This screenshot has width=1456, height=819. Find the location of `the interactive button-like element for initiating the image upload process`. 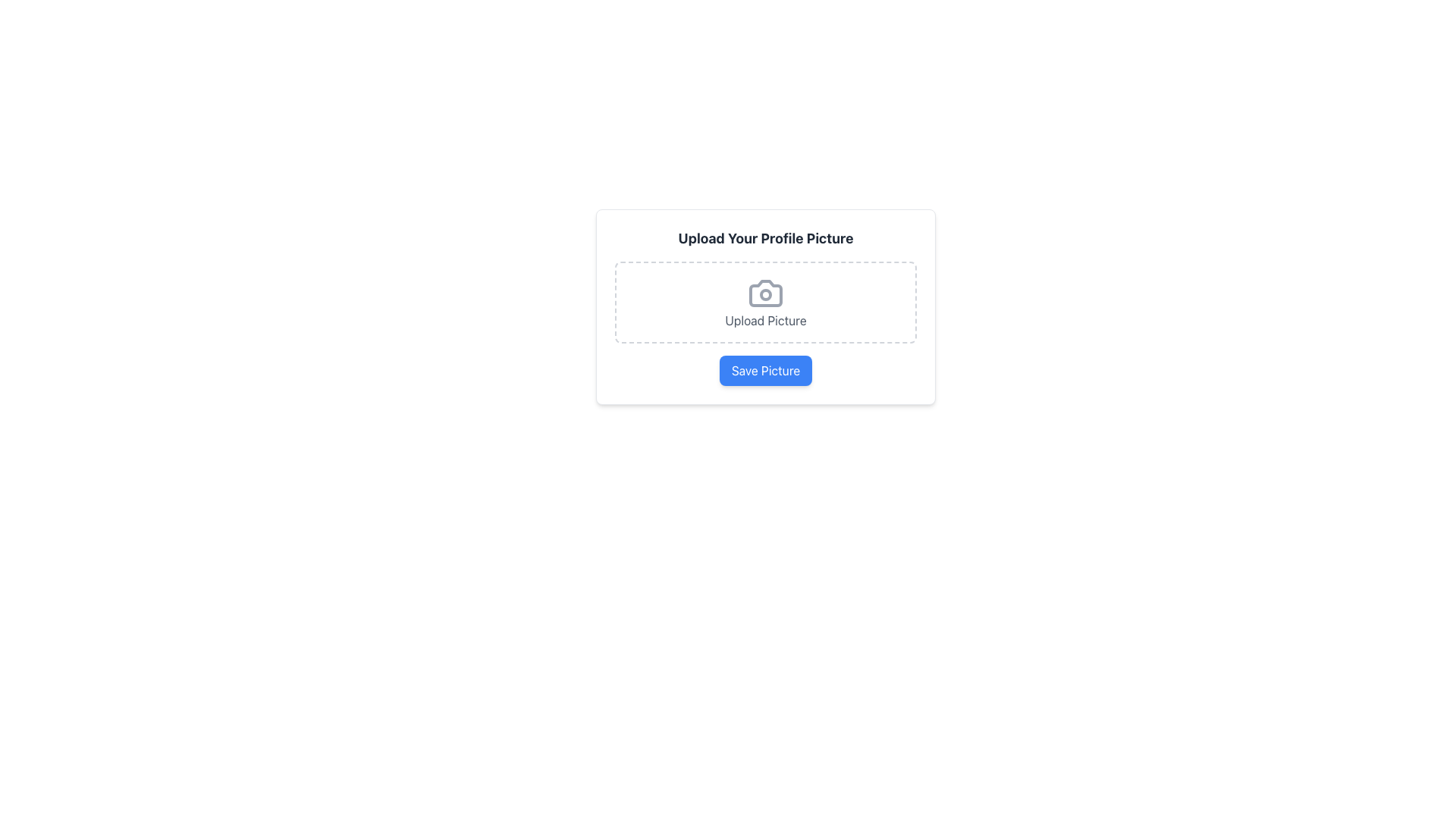

the interactive button-like element for initiating the image upload process is located at coordinates (765, 302).